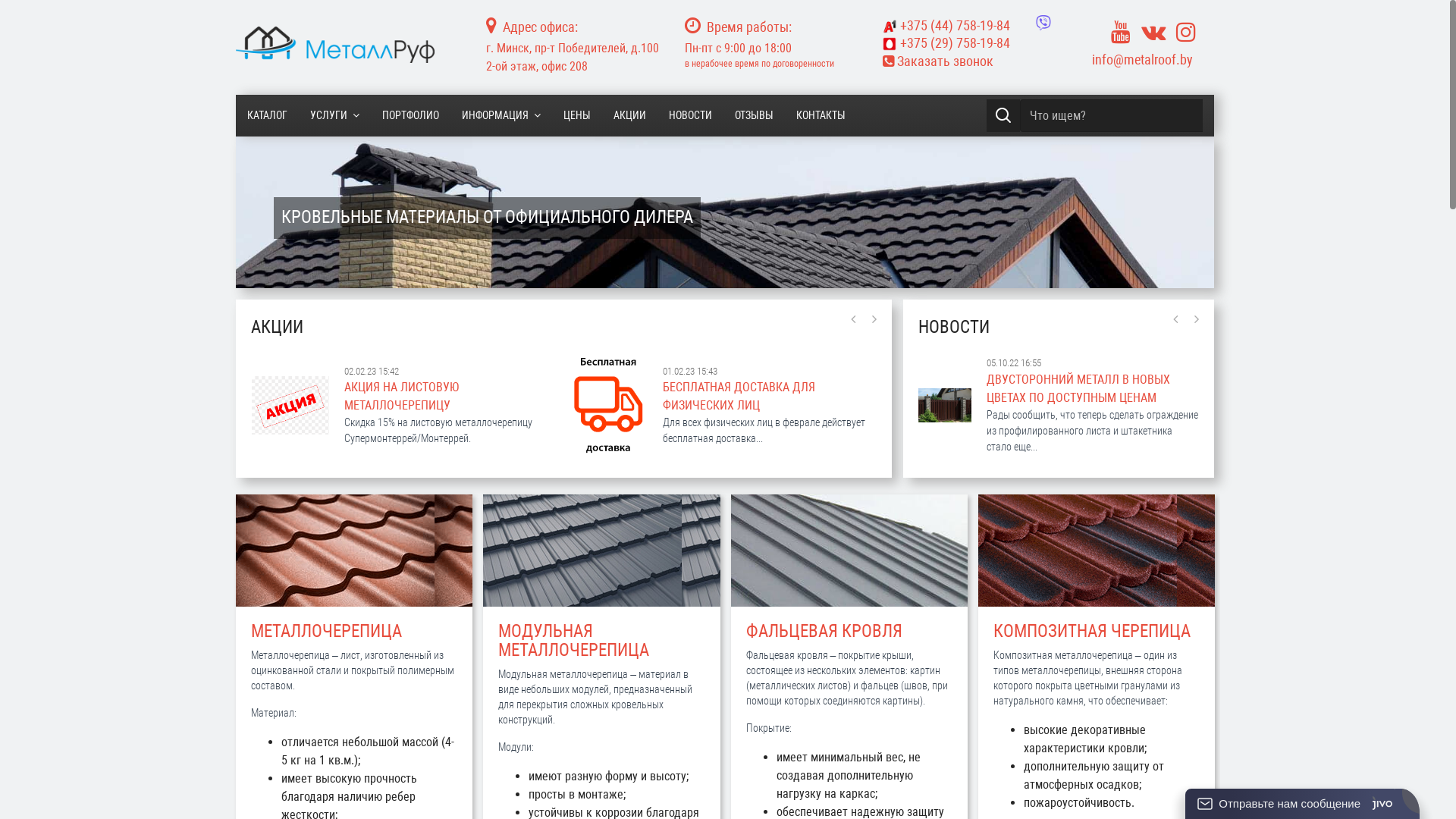  What do you see at coordinates (1092, 58) in the screenshot?
I see `'info@metalroof.by'` at bounding box center [1092, 58].